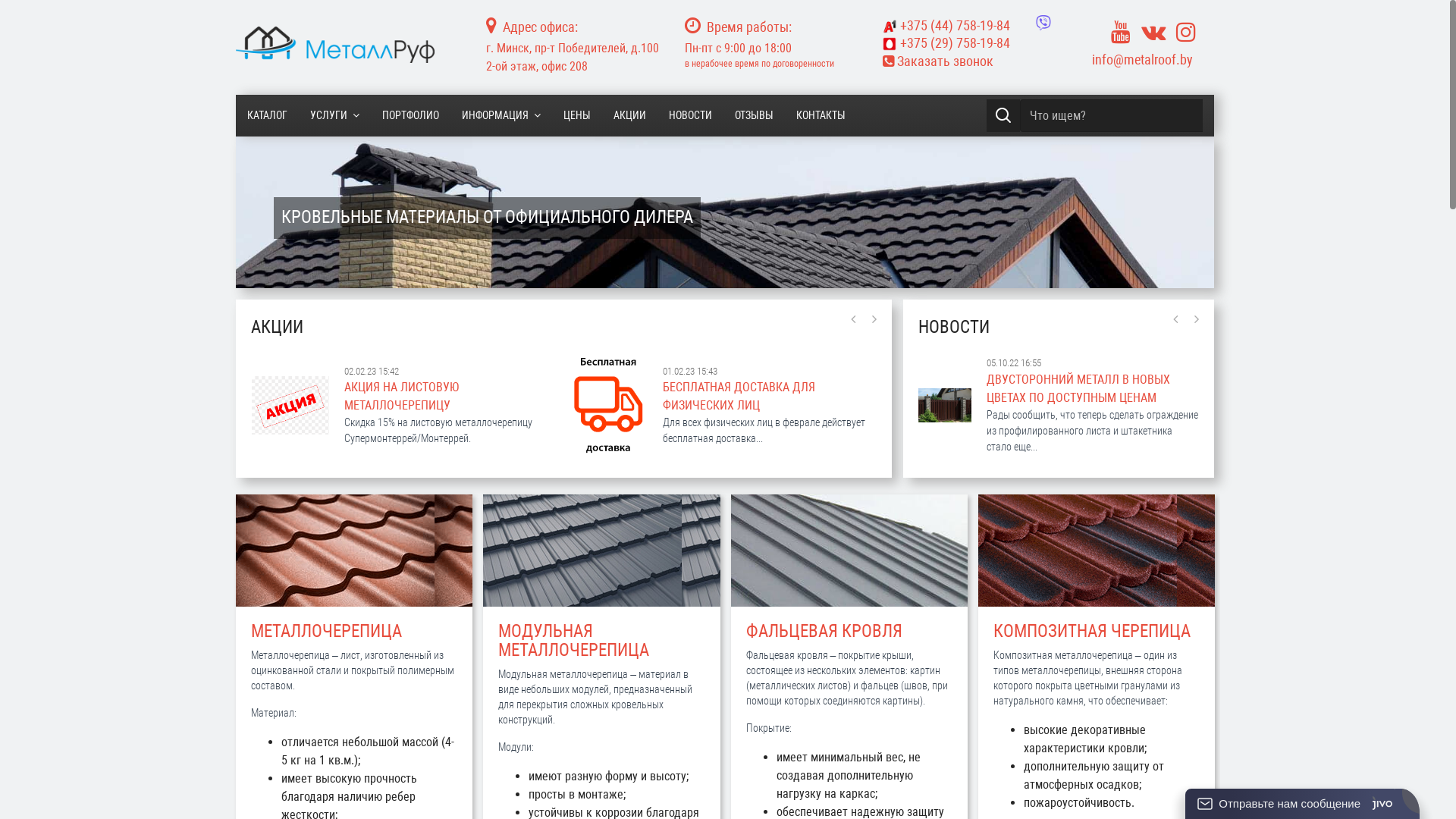  What do you see at coordinates (1092, 58) in the screenshot?
I see `'info@metalroof.by'` at bounding box center [1092, 58].